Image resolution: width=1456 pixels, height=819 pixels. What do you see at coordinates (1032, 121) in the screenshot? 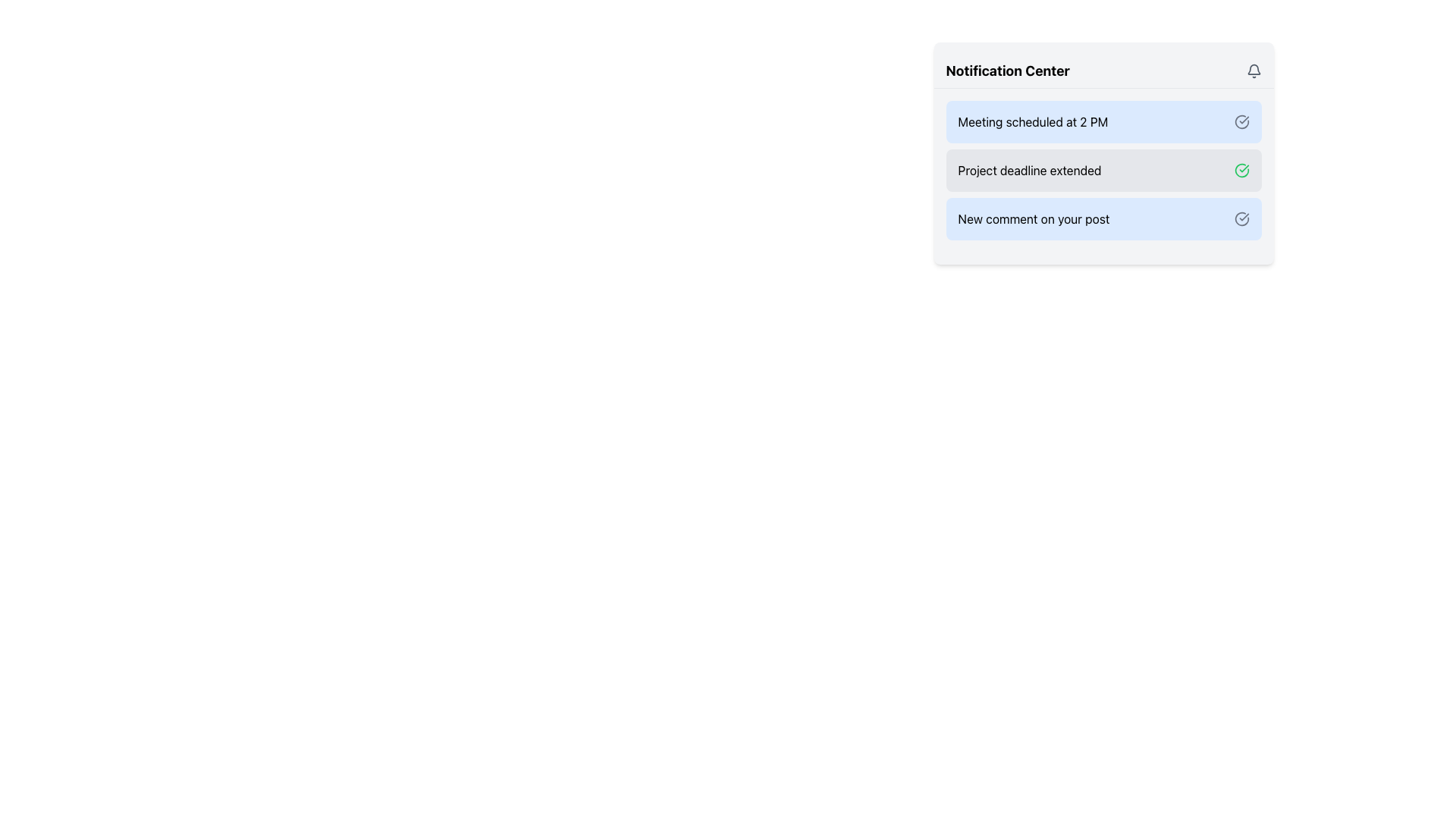
I see `the static text label displaying 'Meeting scheduled at 2 PM' in the blue notification card within the Notification Center` at bounding box center [1032, 121].